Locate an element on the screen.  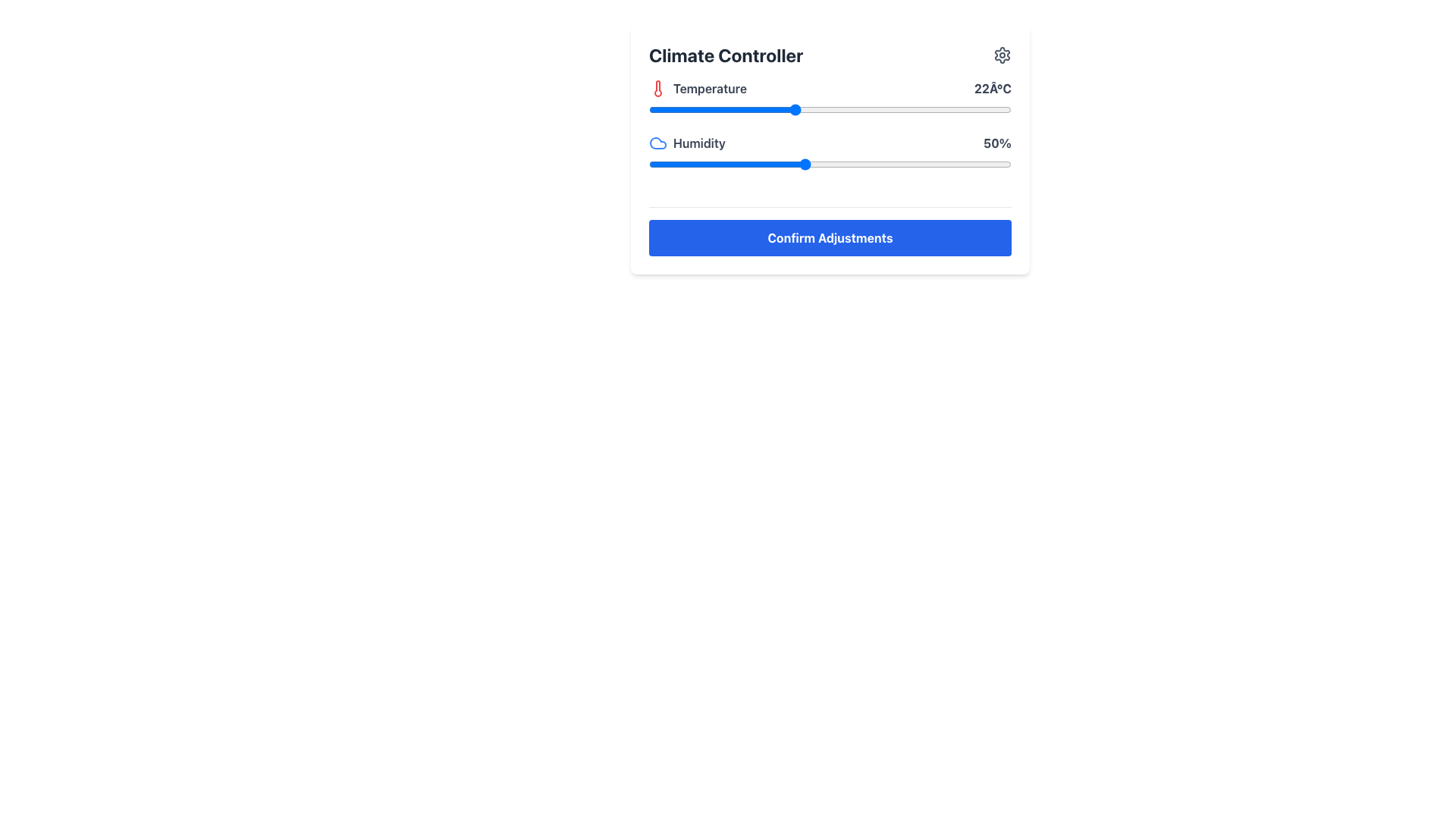
the text label displaying '22Â°C' in bold gray font located in the top-right corner of the 'Temperature' section is located at coordinates (993, 88).